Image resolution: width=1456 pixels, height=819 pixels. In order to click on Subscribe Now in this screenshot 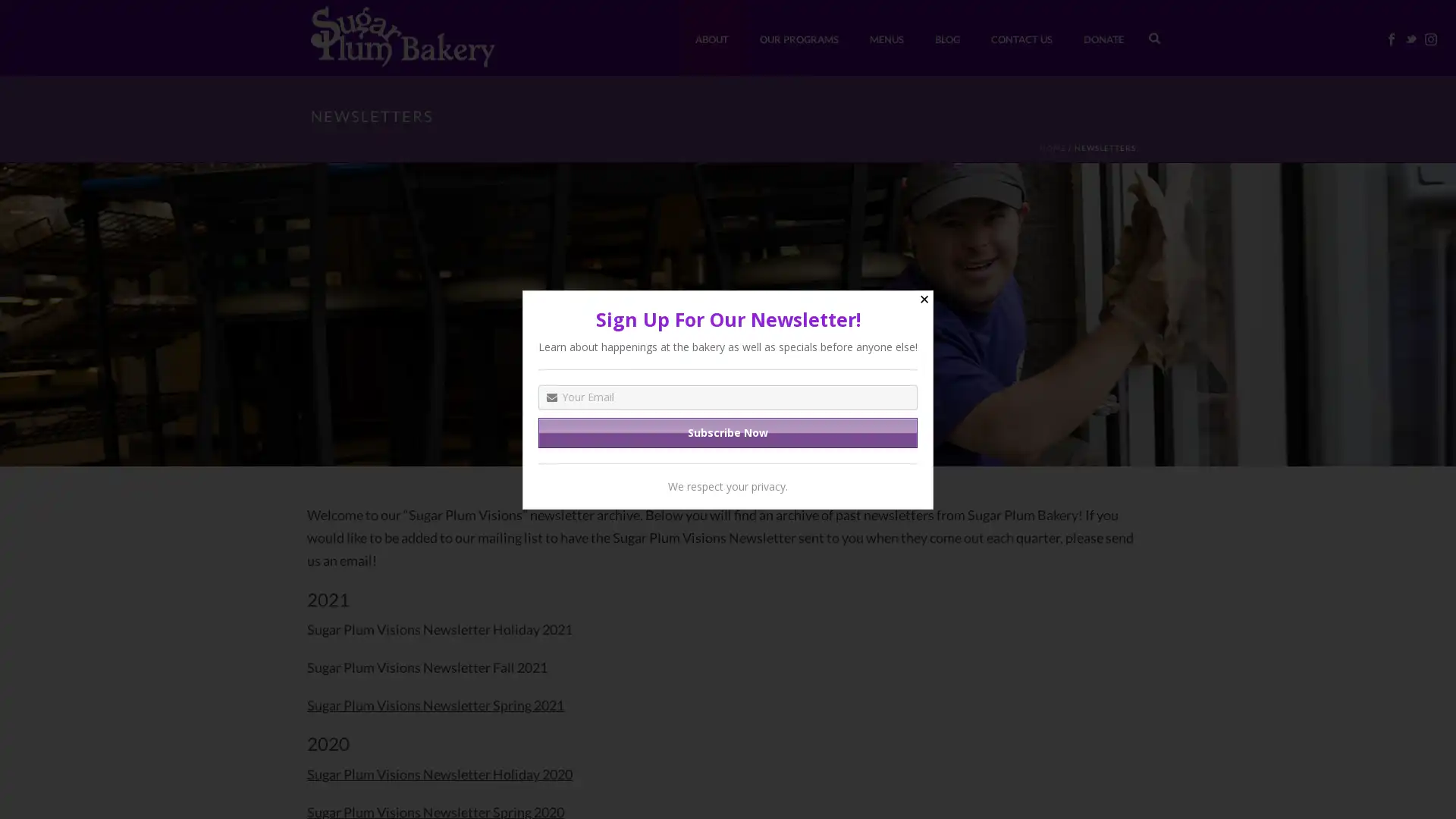, I will do `click(728, 432)`.